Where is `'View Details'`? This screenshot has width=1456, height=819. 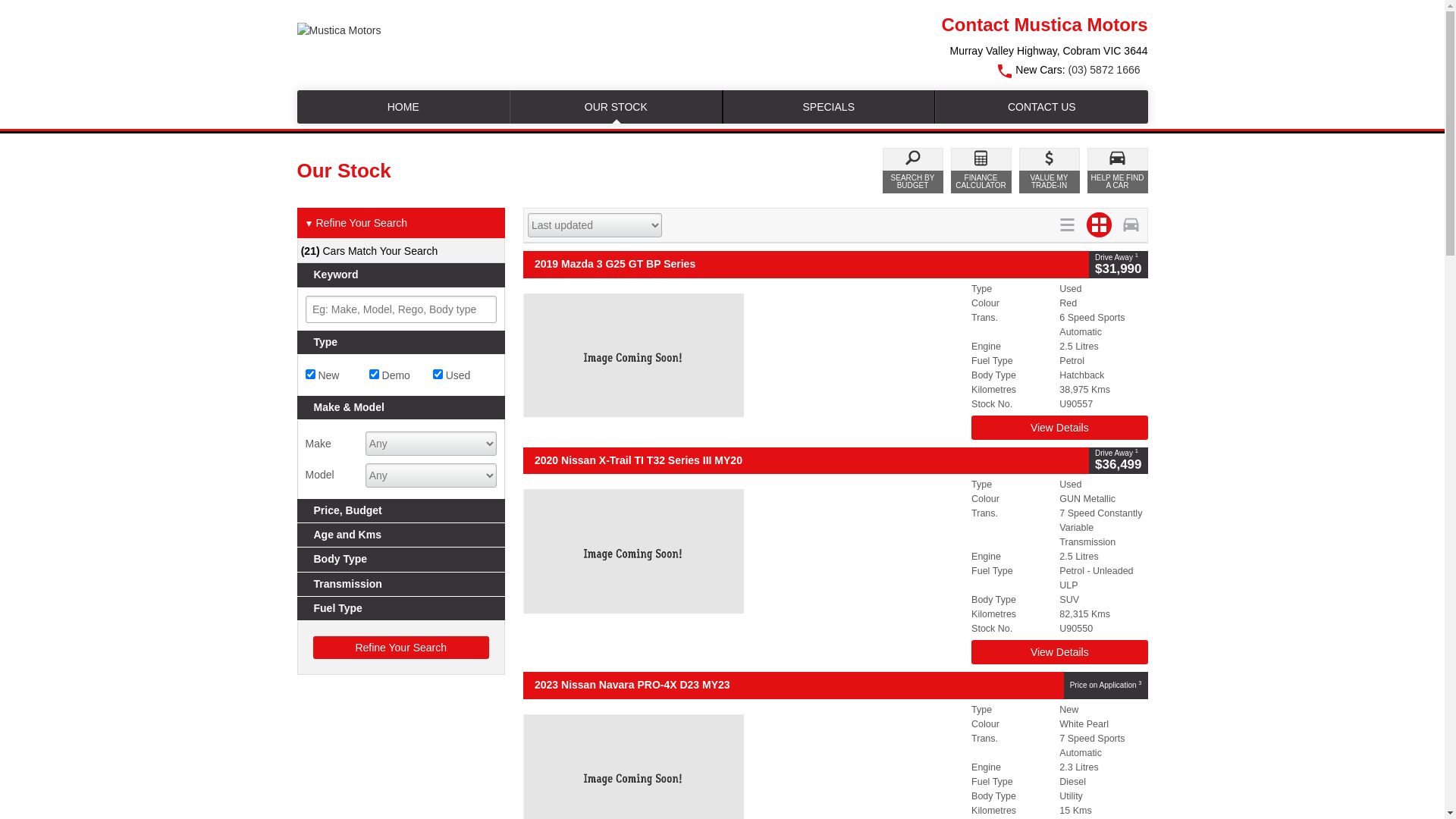 'View Details' is located at coordinates (1058, 427).